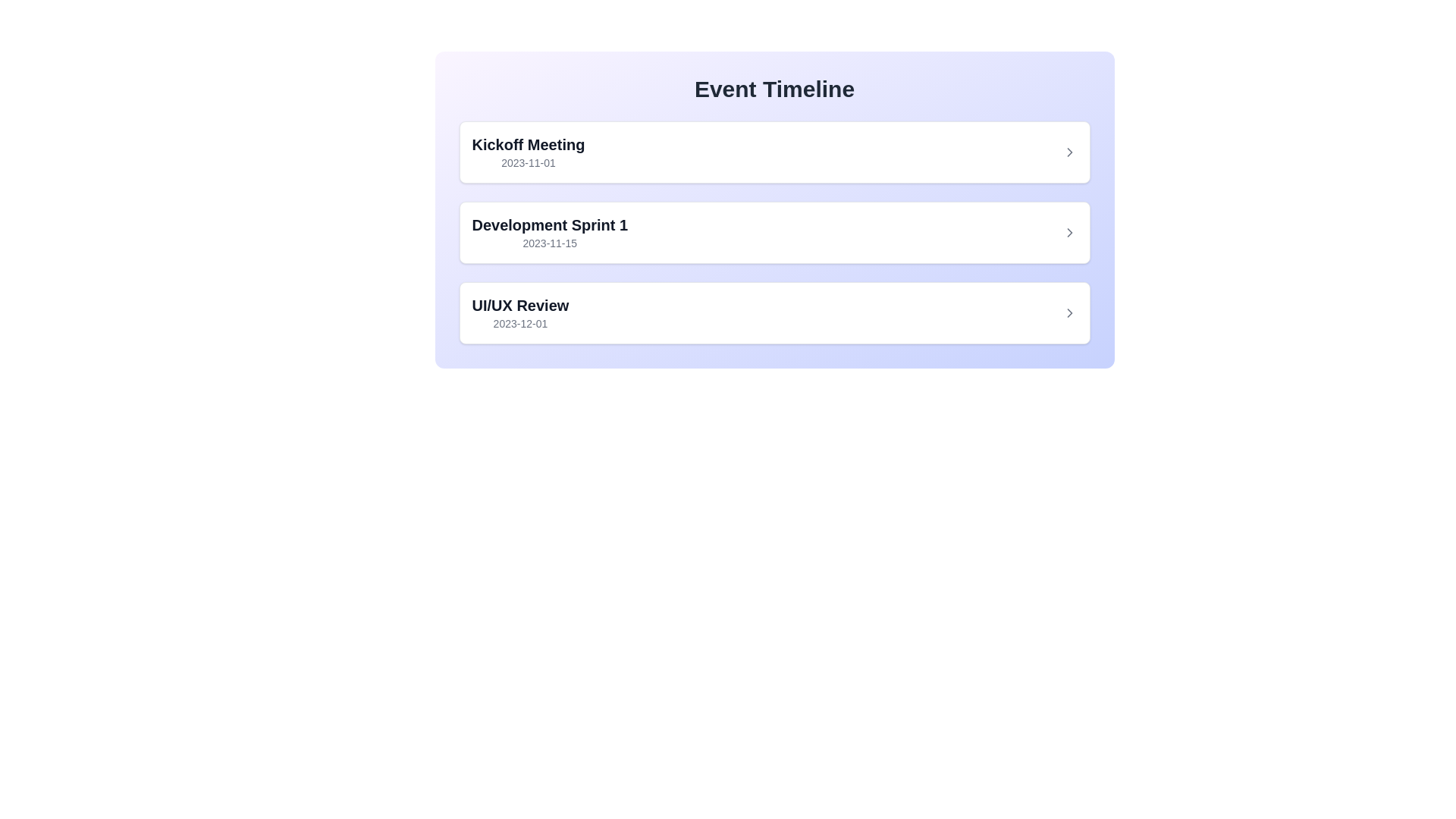 Image resolution: width=1456 pixels, height=819 pixels. I want to click on the chevron icon button located on the far-right side of the layout, associated with the 'UI/UX Review' timeline entry, so click(1068, 312).